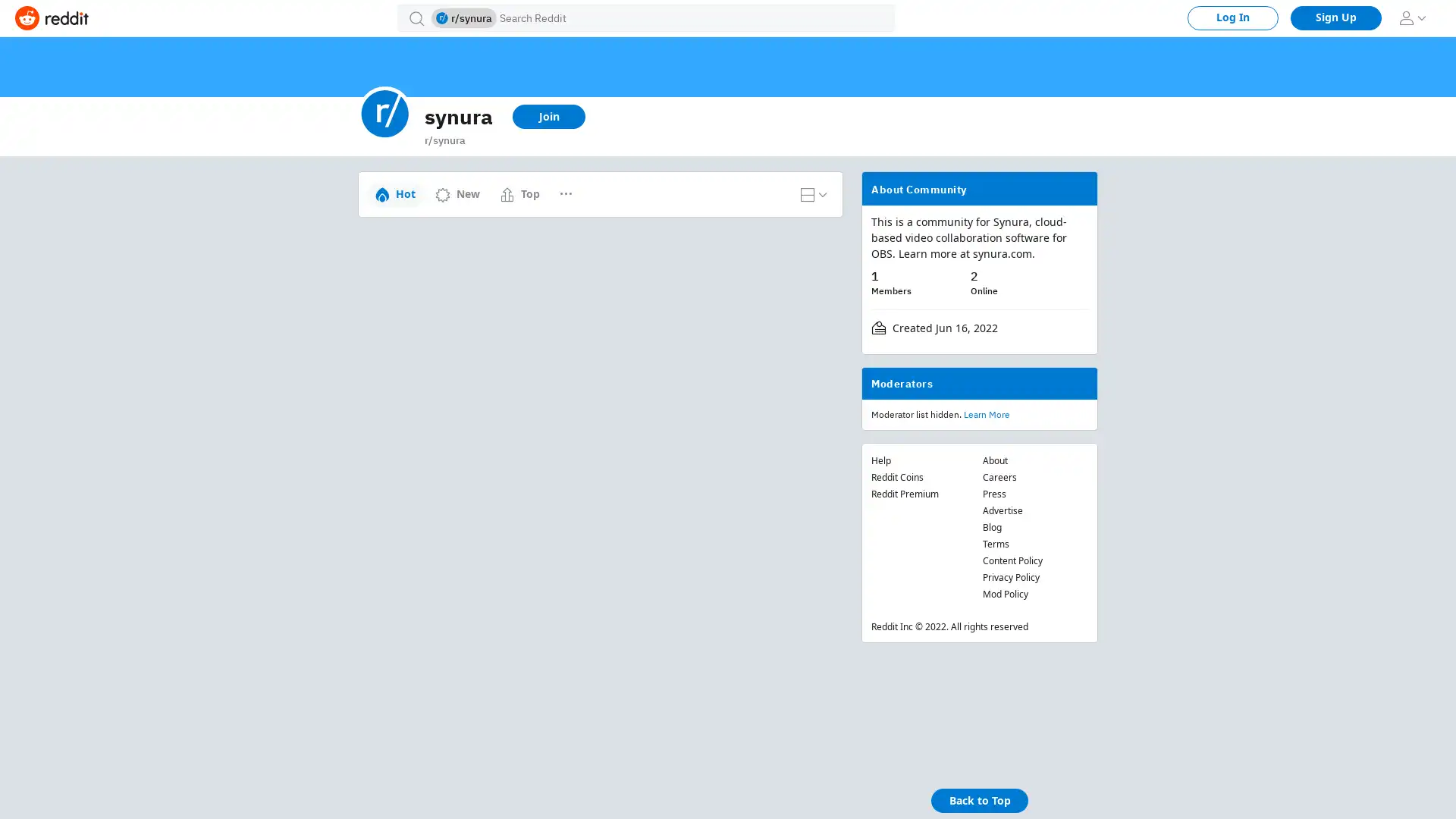 Image resolution: width=1456 pixels, height=819 pixels. What do you see at coordinates (548, 116) in the screenshot?
I see `Join` at bounding box center [548, 116].